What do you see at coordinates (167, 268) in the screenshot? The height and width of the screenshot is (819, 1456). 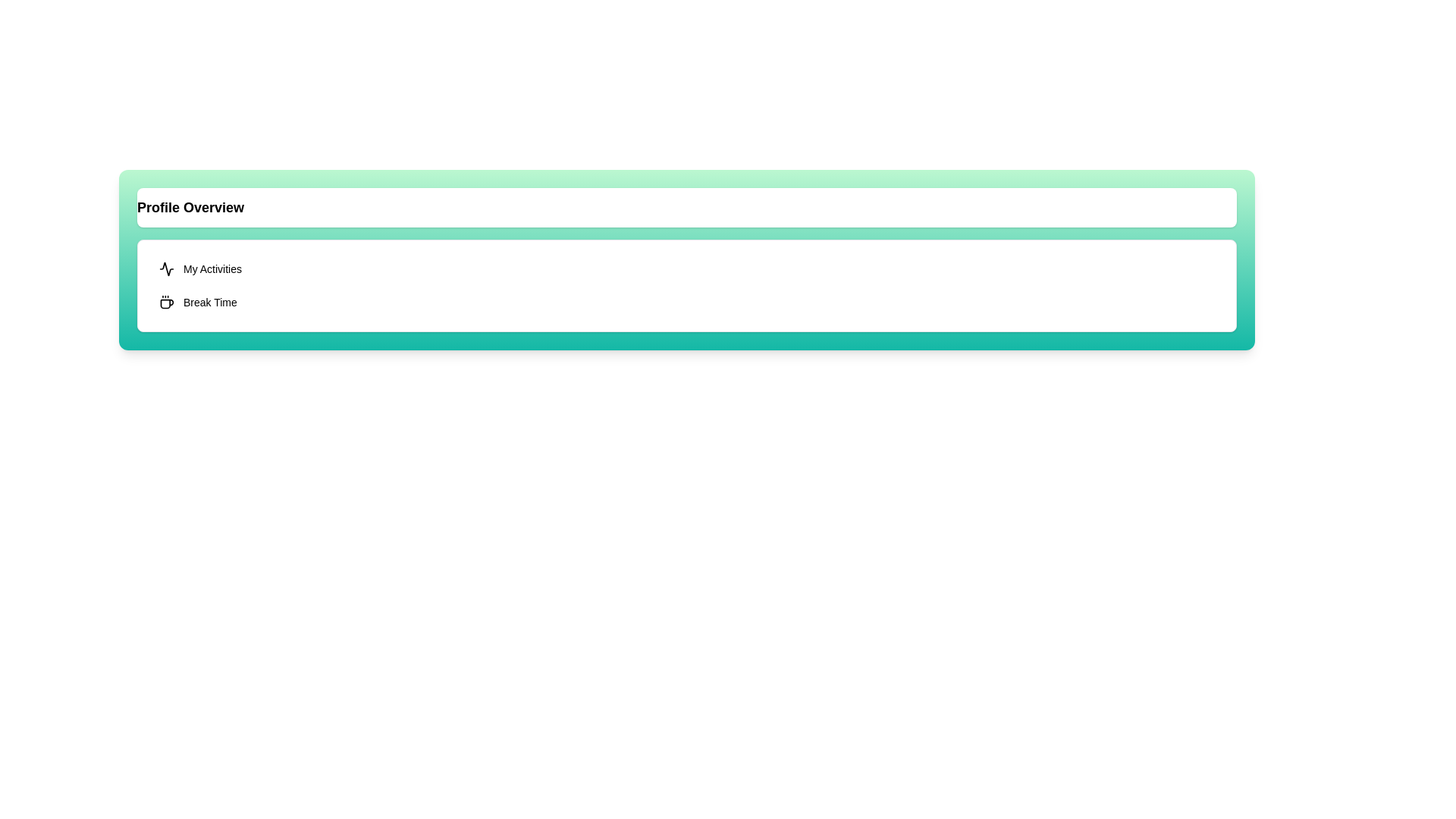 I see `the icon labeled 'My Activities' to perform its associated action` at bounding box center [167, 268].